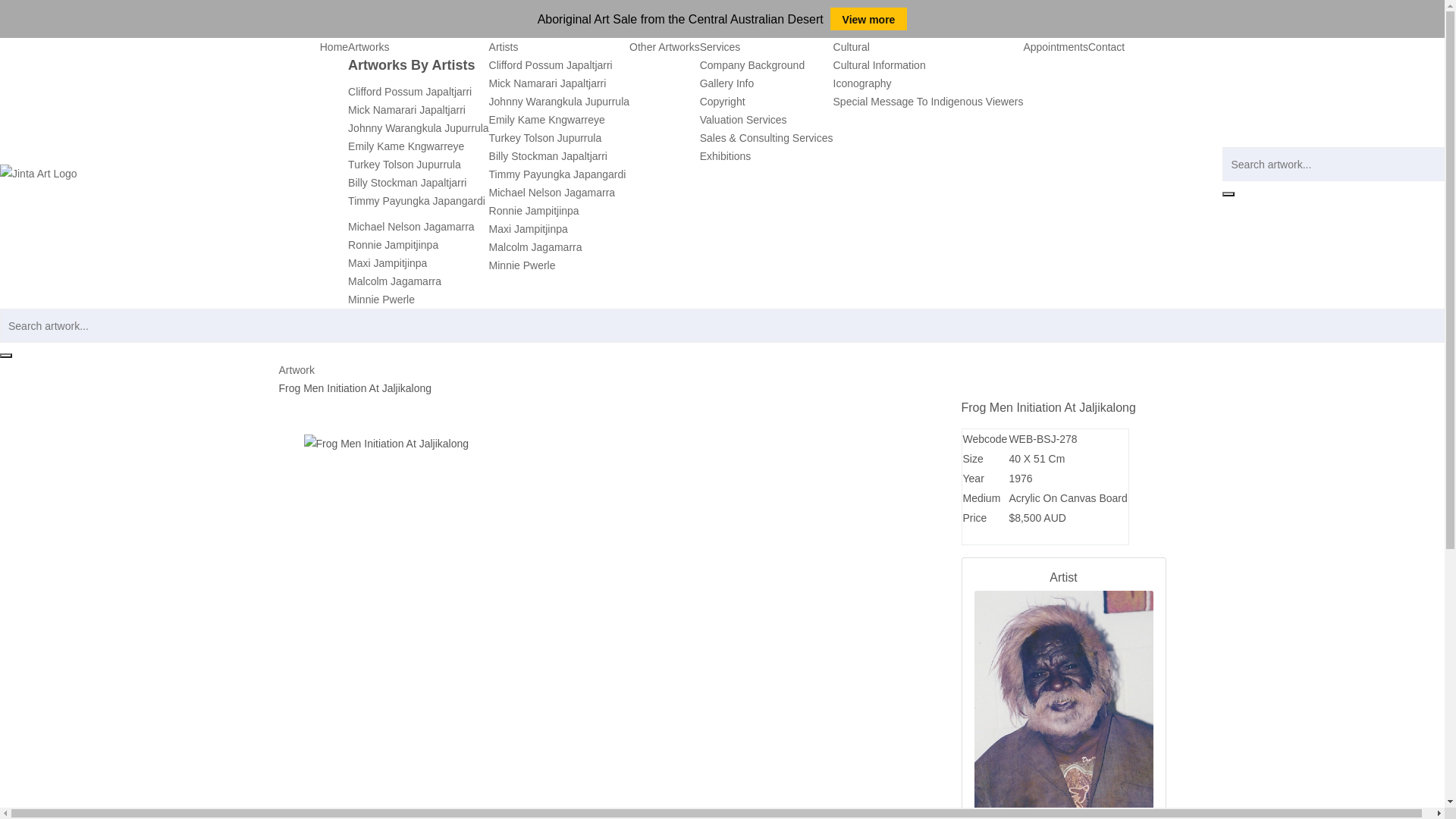 Image resolution: width=1456 pixels, height=819 pixels. I want to click on 'Cultural Information', so click(880, 64).